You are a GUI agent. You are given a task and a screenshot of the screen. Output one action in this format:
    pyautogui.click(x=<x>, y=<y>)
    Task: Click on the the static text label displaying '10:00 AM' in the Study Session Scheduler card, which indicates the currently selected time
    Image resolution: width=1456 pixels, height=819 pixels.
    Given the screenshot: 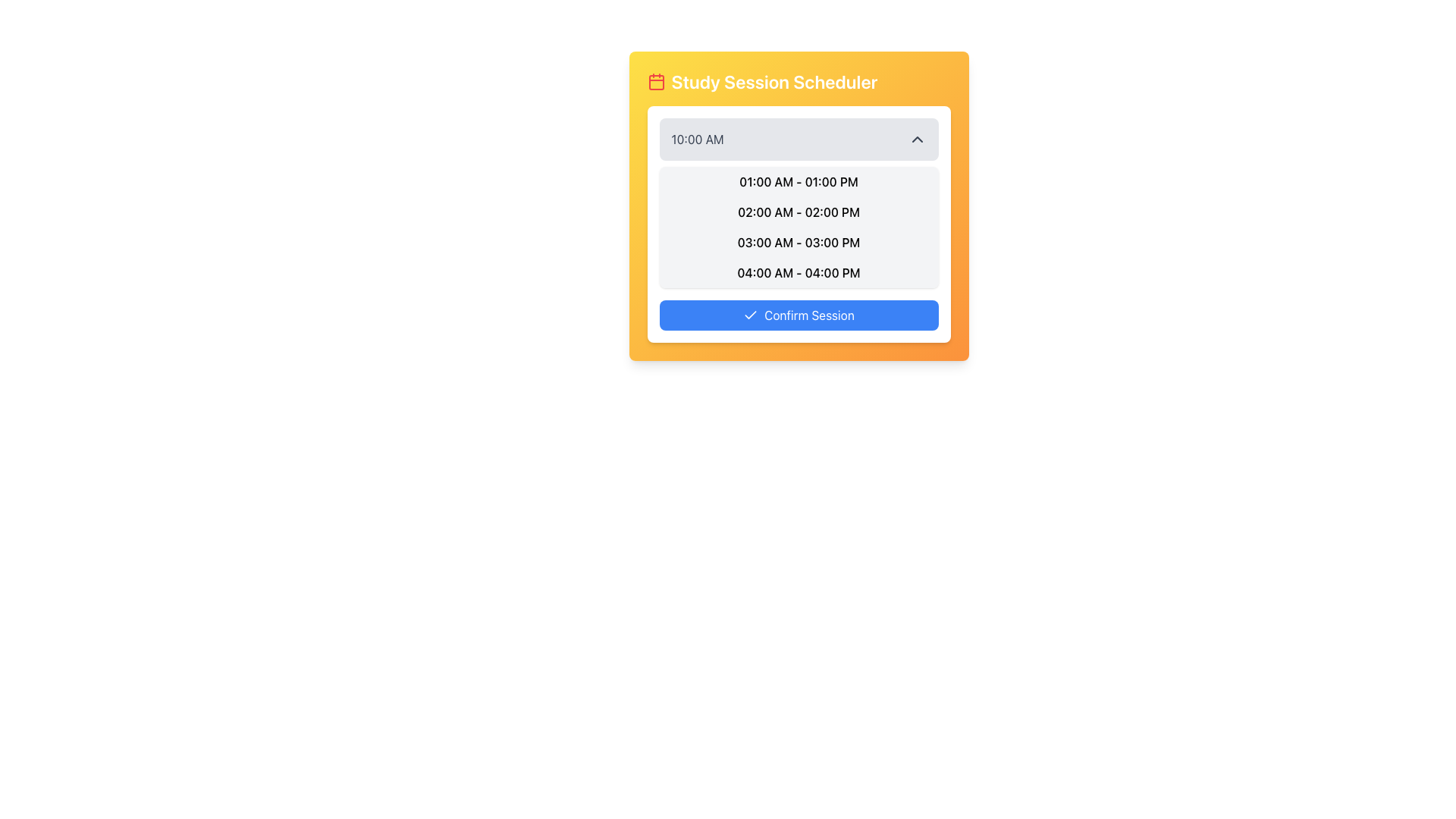 What is the action you would take?
    pyautogui.click(x=697, y=140)
    